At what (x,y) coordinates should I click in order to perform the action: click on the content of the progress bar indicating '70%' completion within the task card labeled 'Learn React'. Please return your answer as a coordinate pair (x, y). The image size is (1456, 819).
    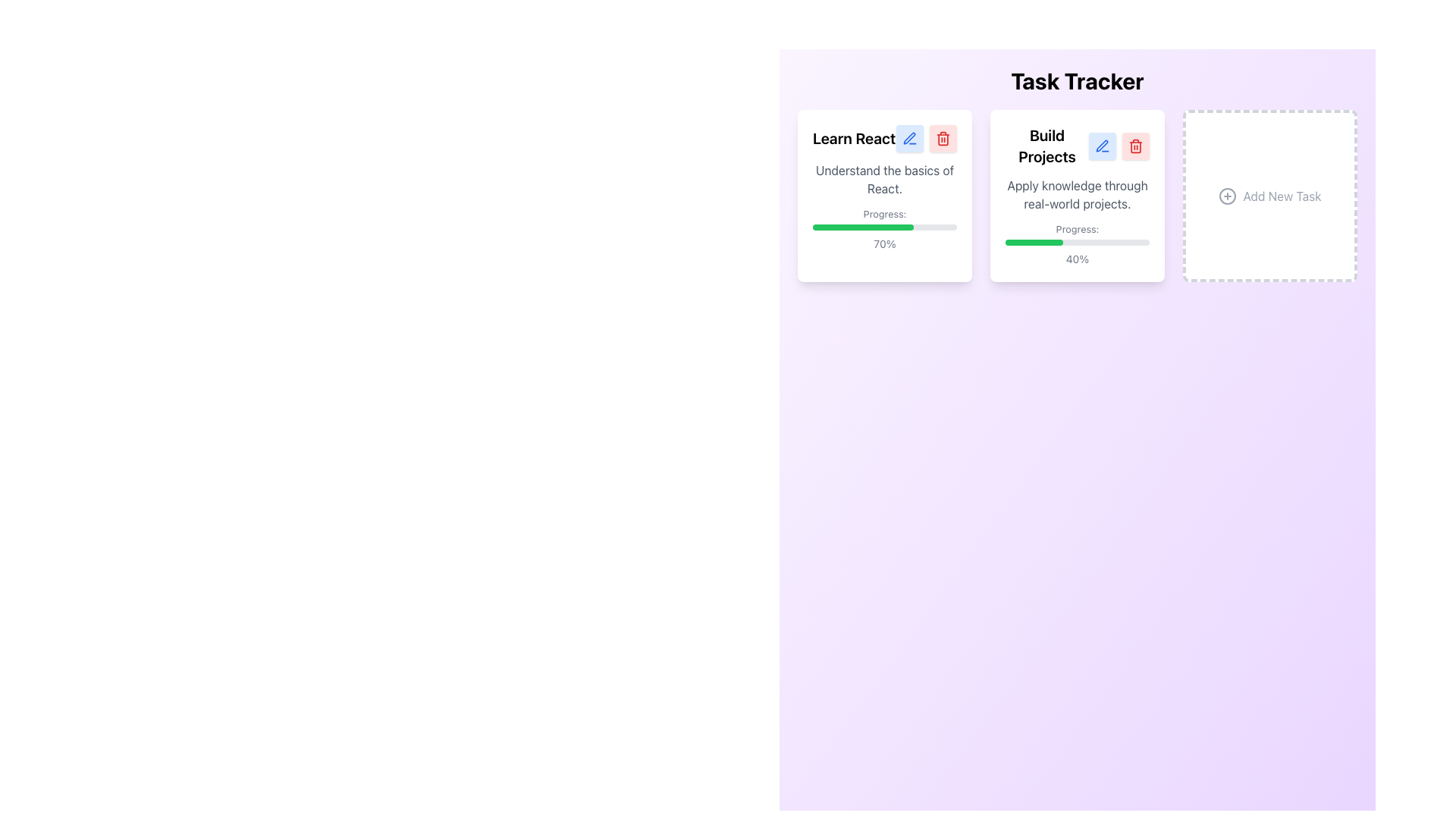
    Looking at the image, I should click on (884, 228).